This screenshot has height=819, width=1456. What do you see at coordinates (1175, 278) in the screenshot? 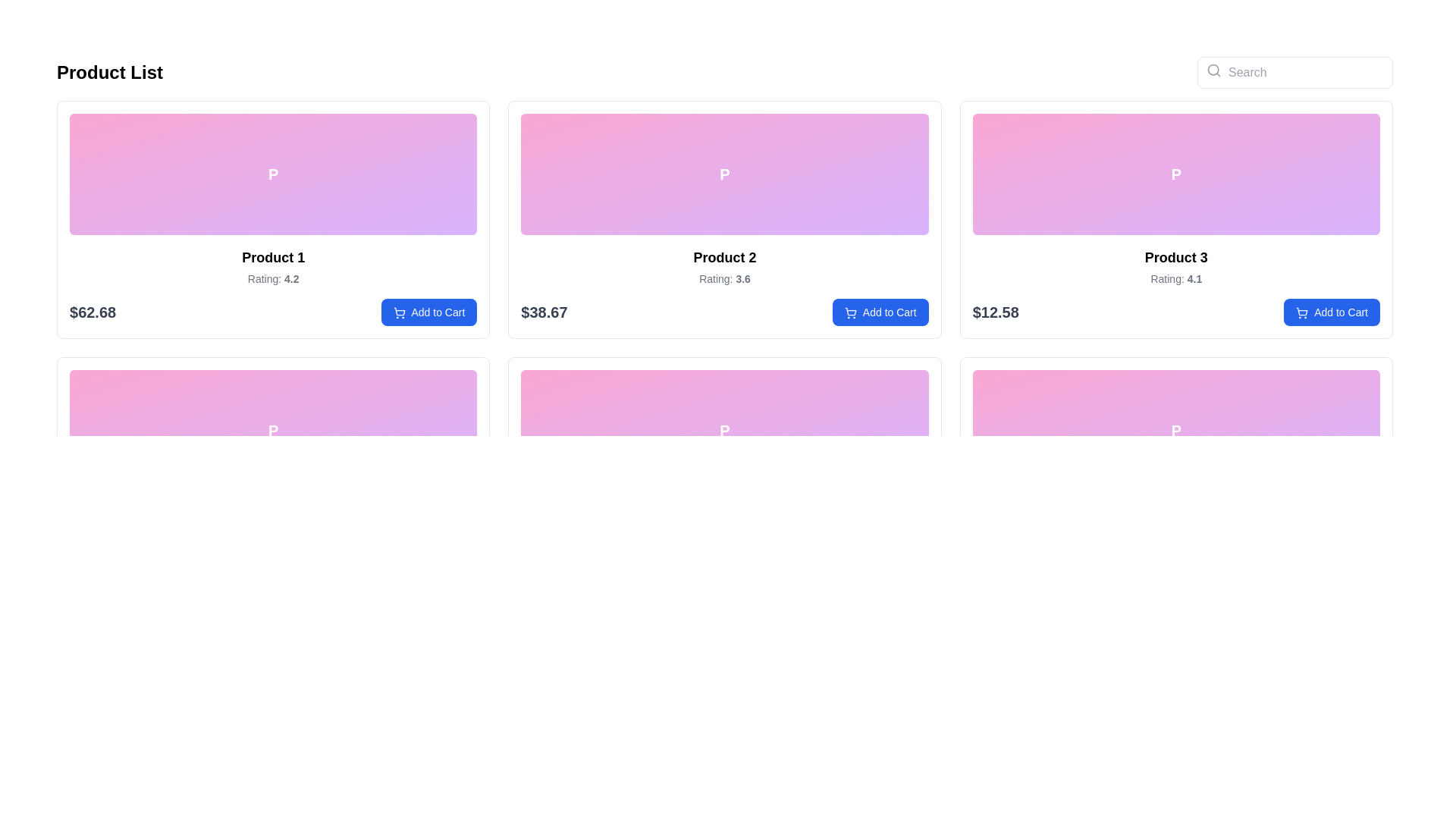
I see `the text label displaying the average rating of 'Product 3', which is located below the product title and directly above the price '$12.58'` at bounding box center [1175, 278].